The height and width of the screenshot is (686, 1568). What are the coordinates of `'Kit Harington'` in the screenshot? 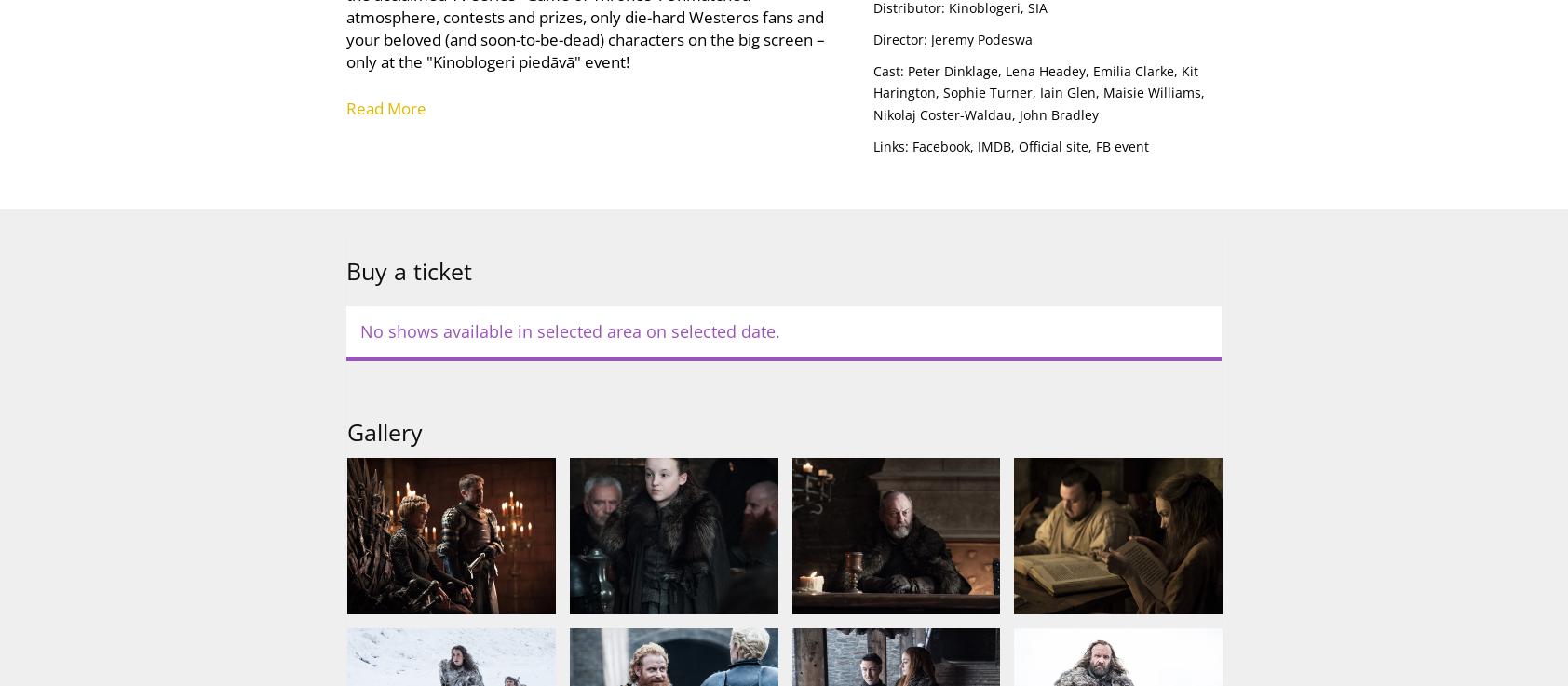 It's located at (871, 80).